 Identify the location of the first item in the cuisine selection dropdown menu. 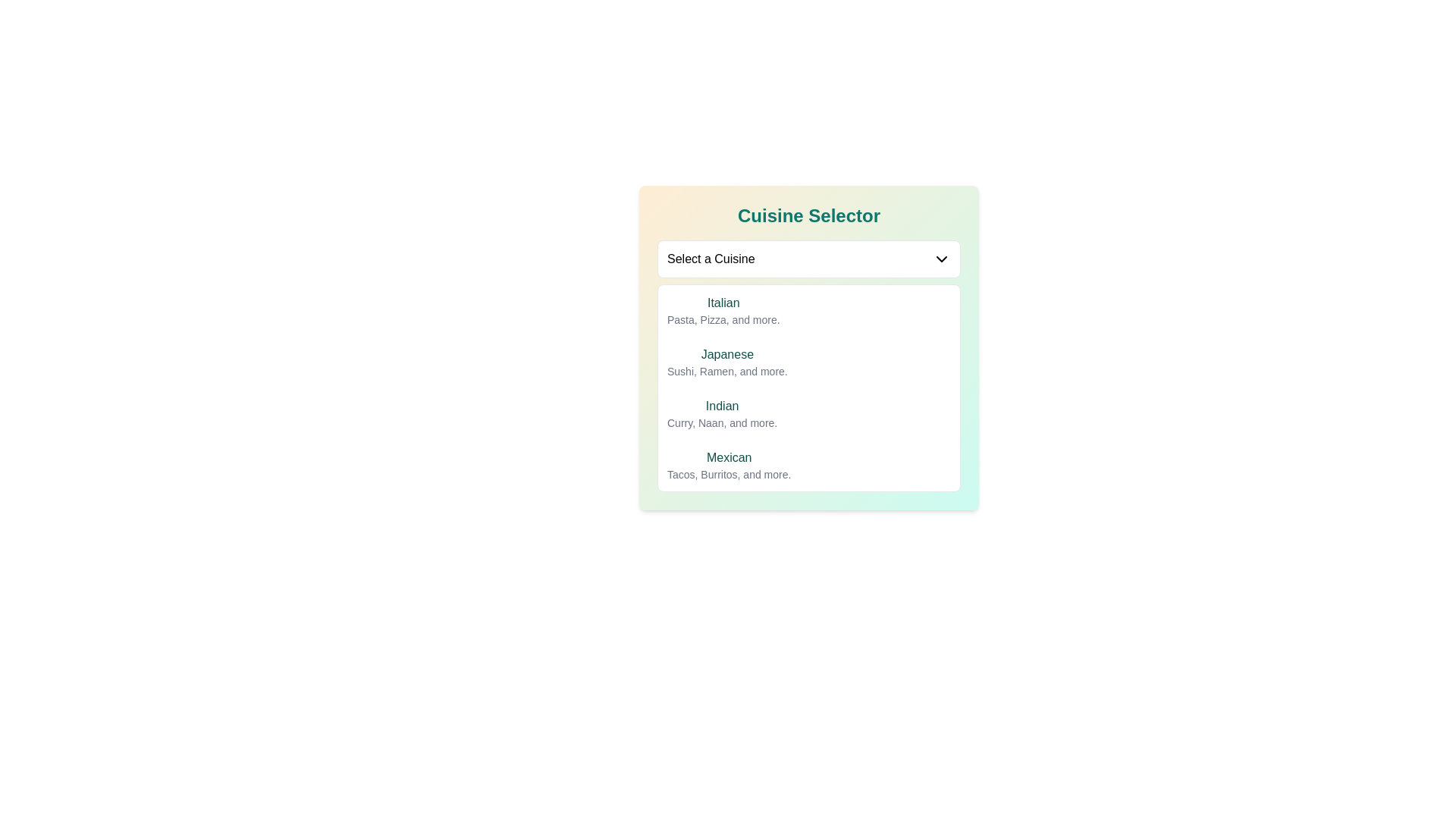
(723, 309).